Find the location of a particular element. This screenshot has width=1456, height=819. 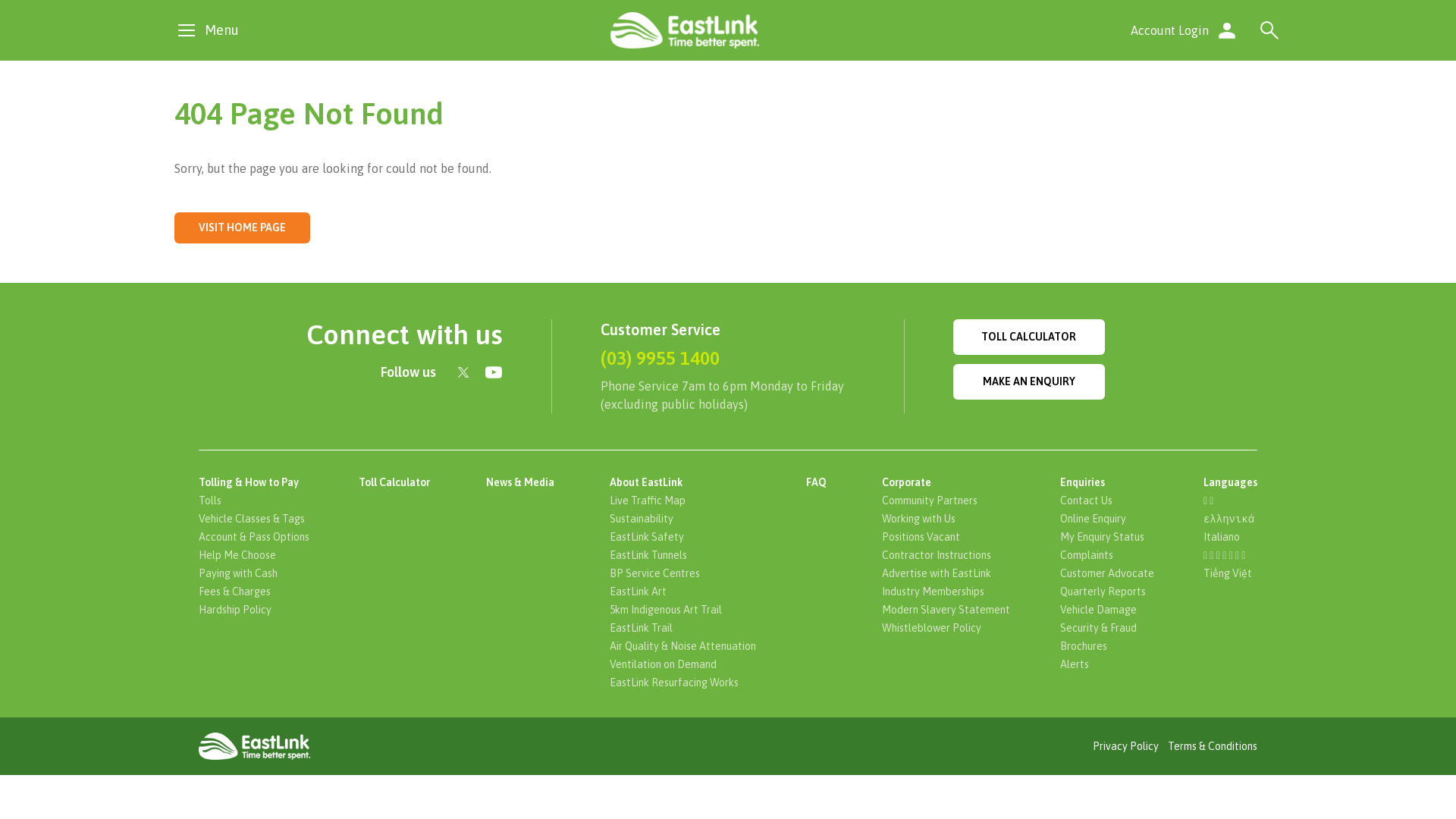

'Enquiries' is located at coordinates (1090, 482).